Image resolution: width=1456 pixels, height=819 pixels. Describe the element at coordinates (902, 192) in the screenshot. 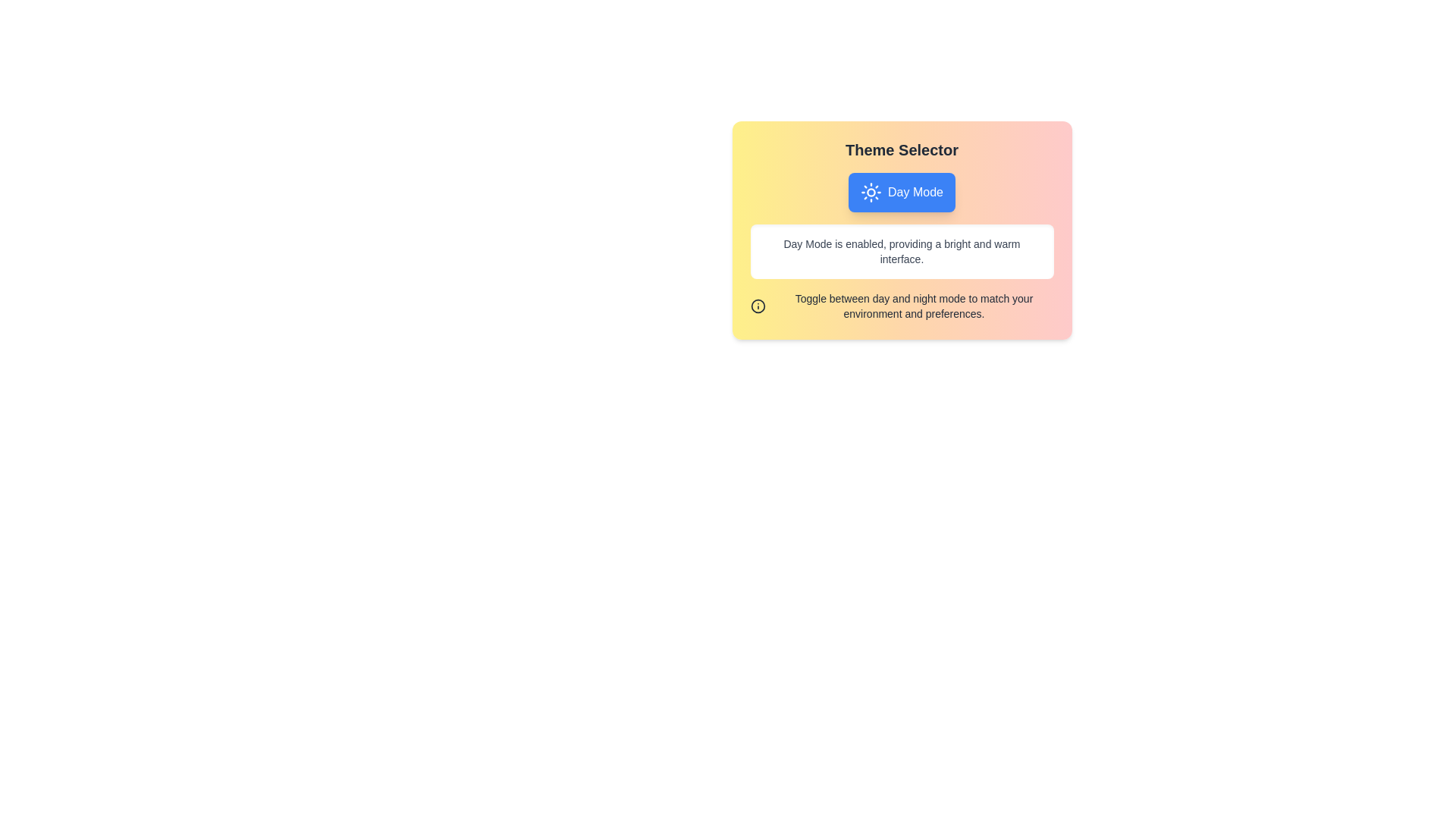

I see `the 'Day Mode' button to toggle the theme` at that location.